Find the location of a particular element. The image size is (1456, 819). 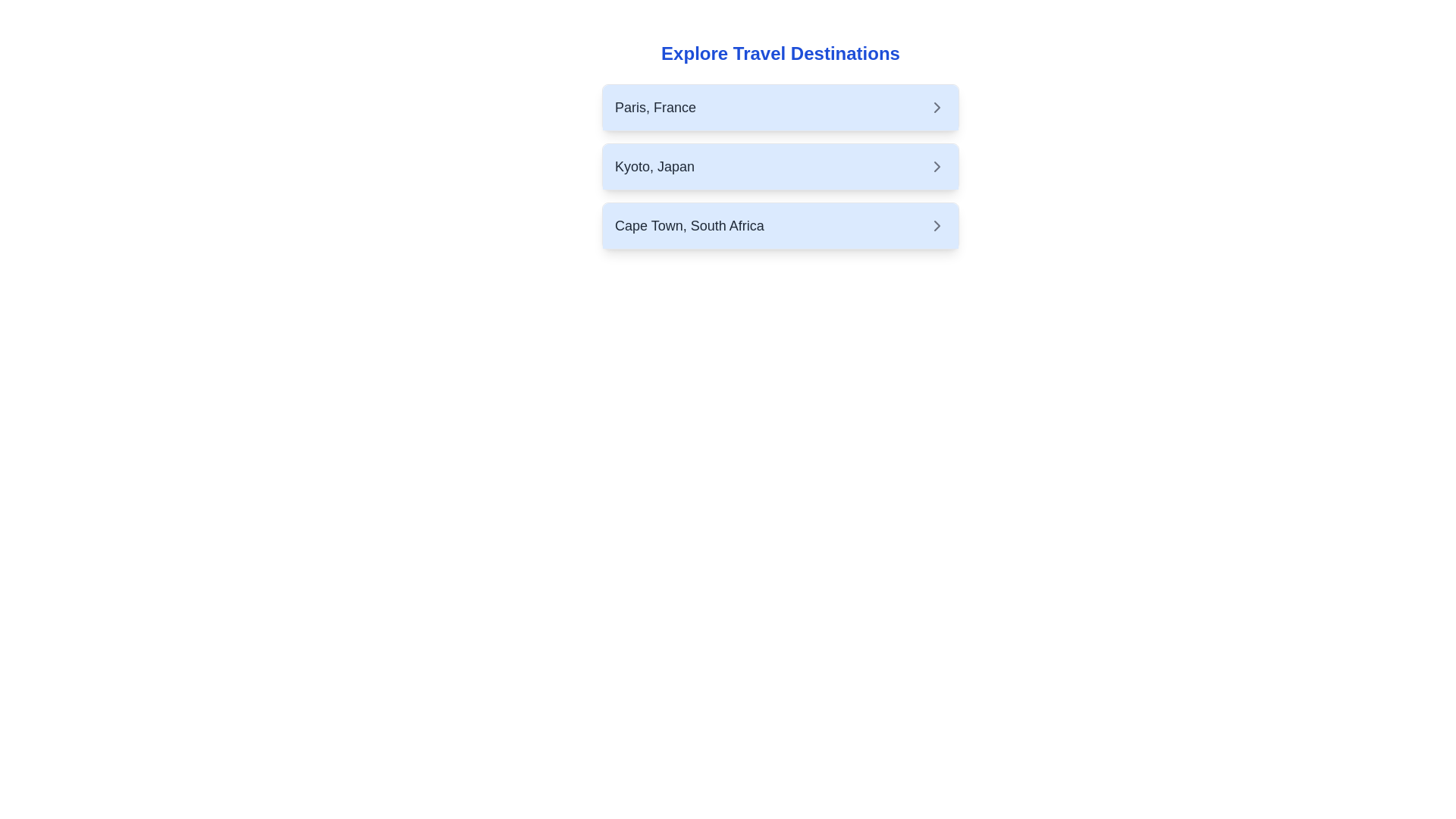

the rightward-pointing chevron icon within the rectangular button labeled 'Kyoto, Japan' is located at coordinates (937, 166).